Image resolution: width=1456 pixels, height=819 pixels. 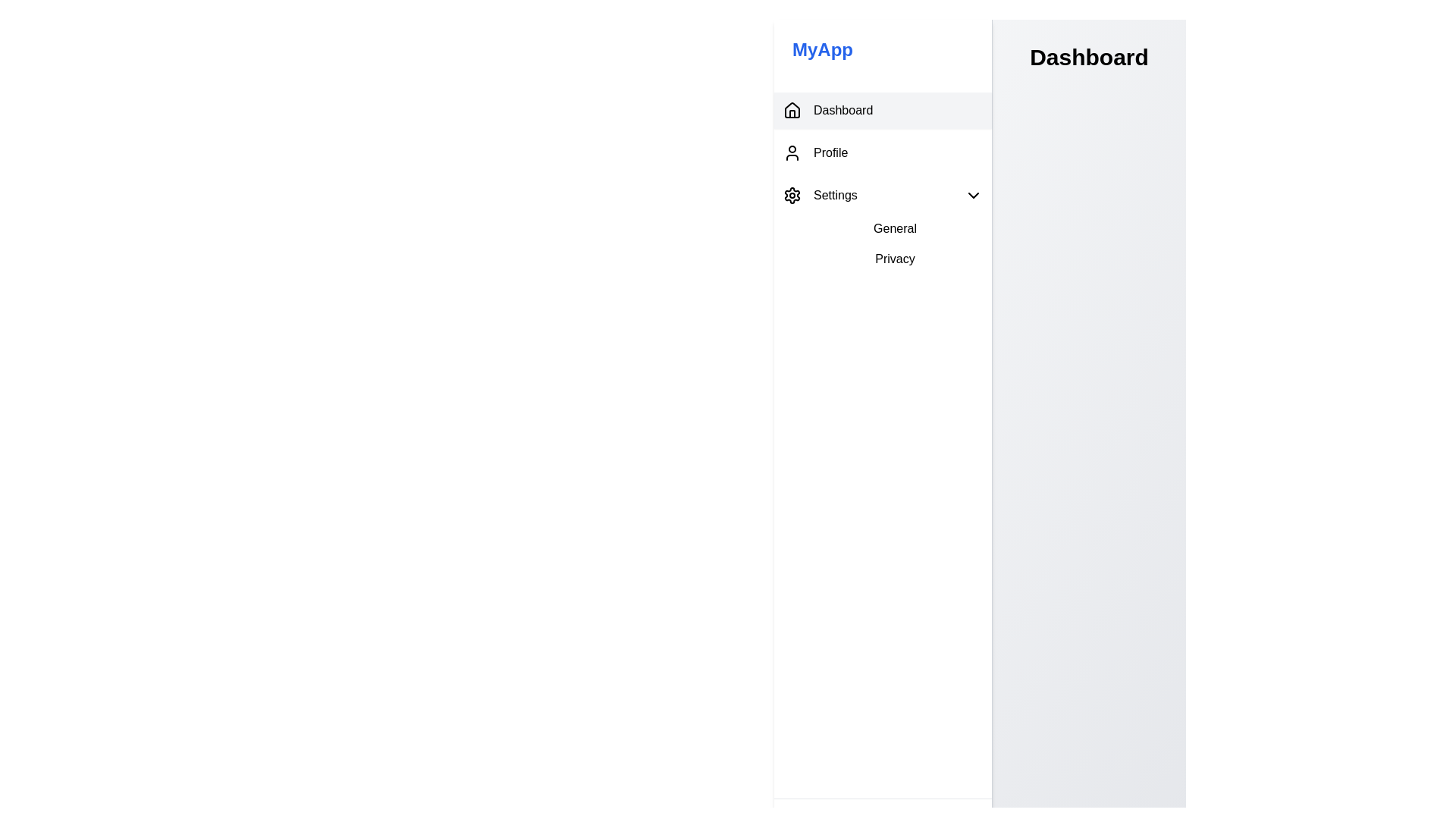 I want to click on the dropdown menu component located under the 'Settings' group, so click(x=883, y=243).